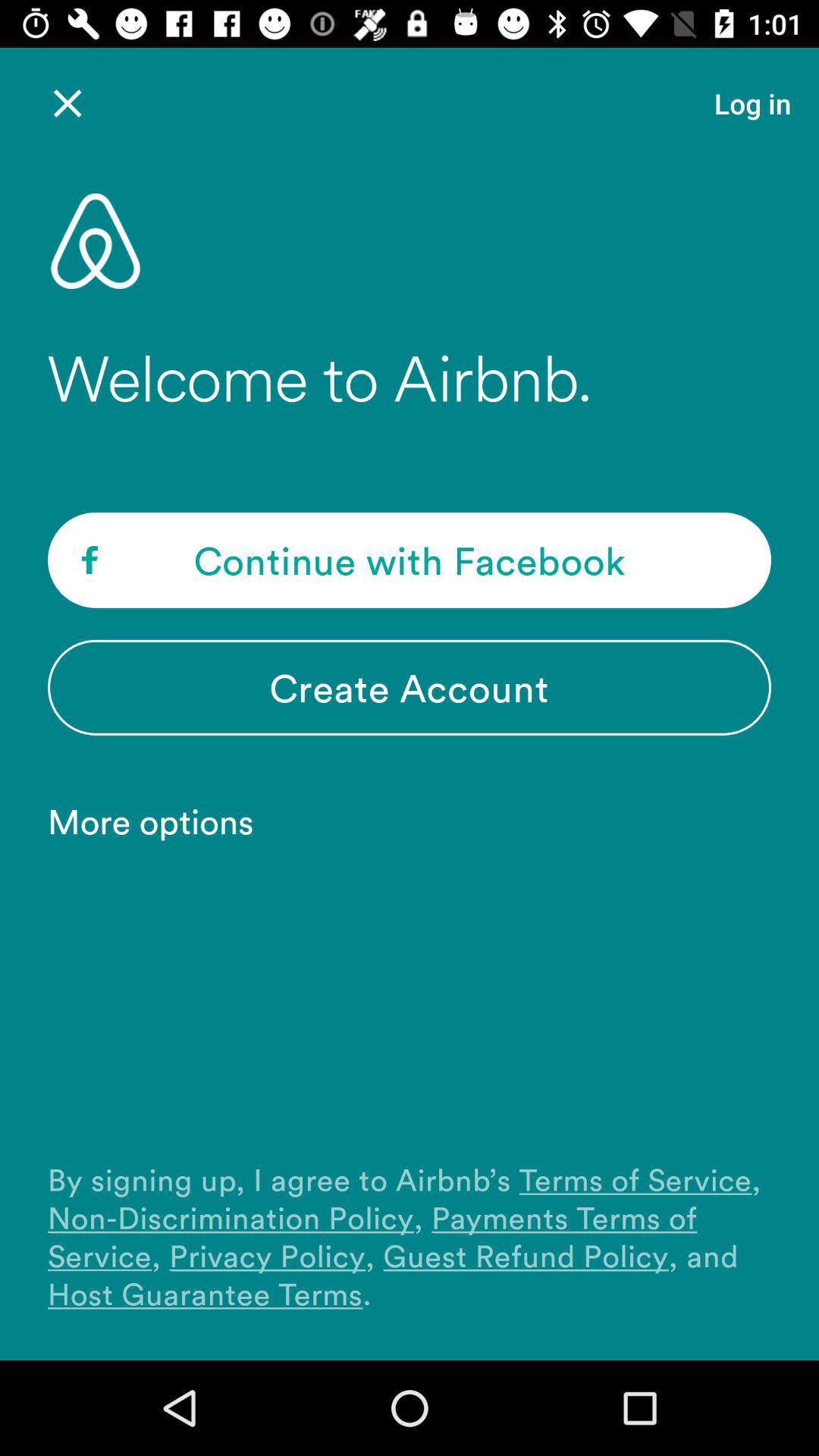 This screenshot has height=1456, width=819. Describe the element at coordinates (158, 820) in the screenshot. I see `more options` at that location.